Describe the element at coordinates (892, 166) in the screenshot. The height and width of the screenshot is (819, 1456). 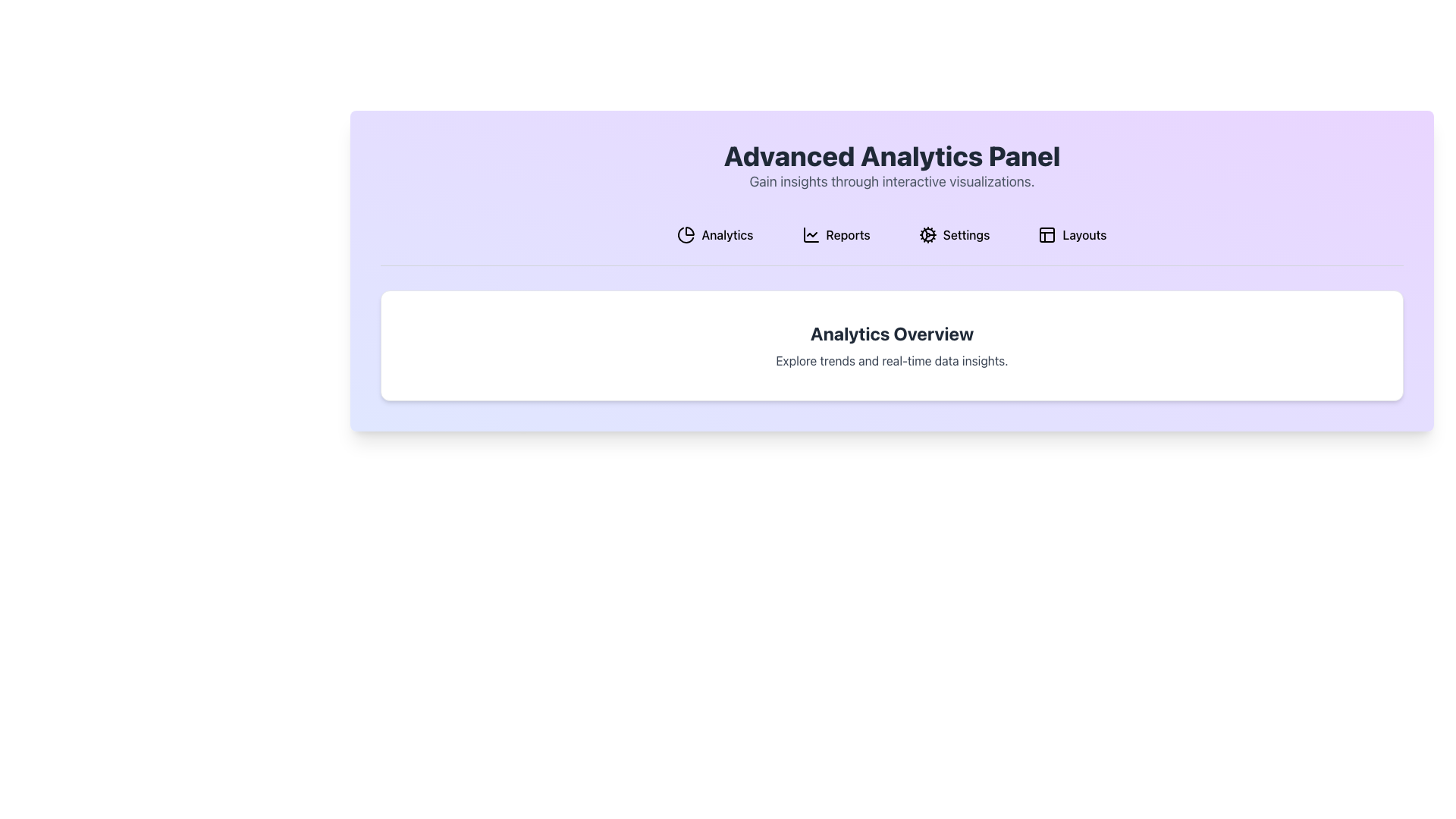
I see `header content that provides context about the advanced analytics functionalities, which is centrally aligned above the navigation bar` at that location.